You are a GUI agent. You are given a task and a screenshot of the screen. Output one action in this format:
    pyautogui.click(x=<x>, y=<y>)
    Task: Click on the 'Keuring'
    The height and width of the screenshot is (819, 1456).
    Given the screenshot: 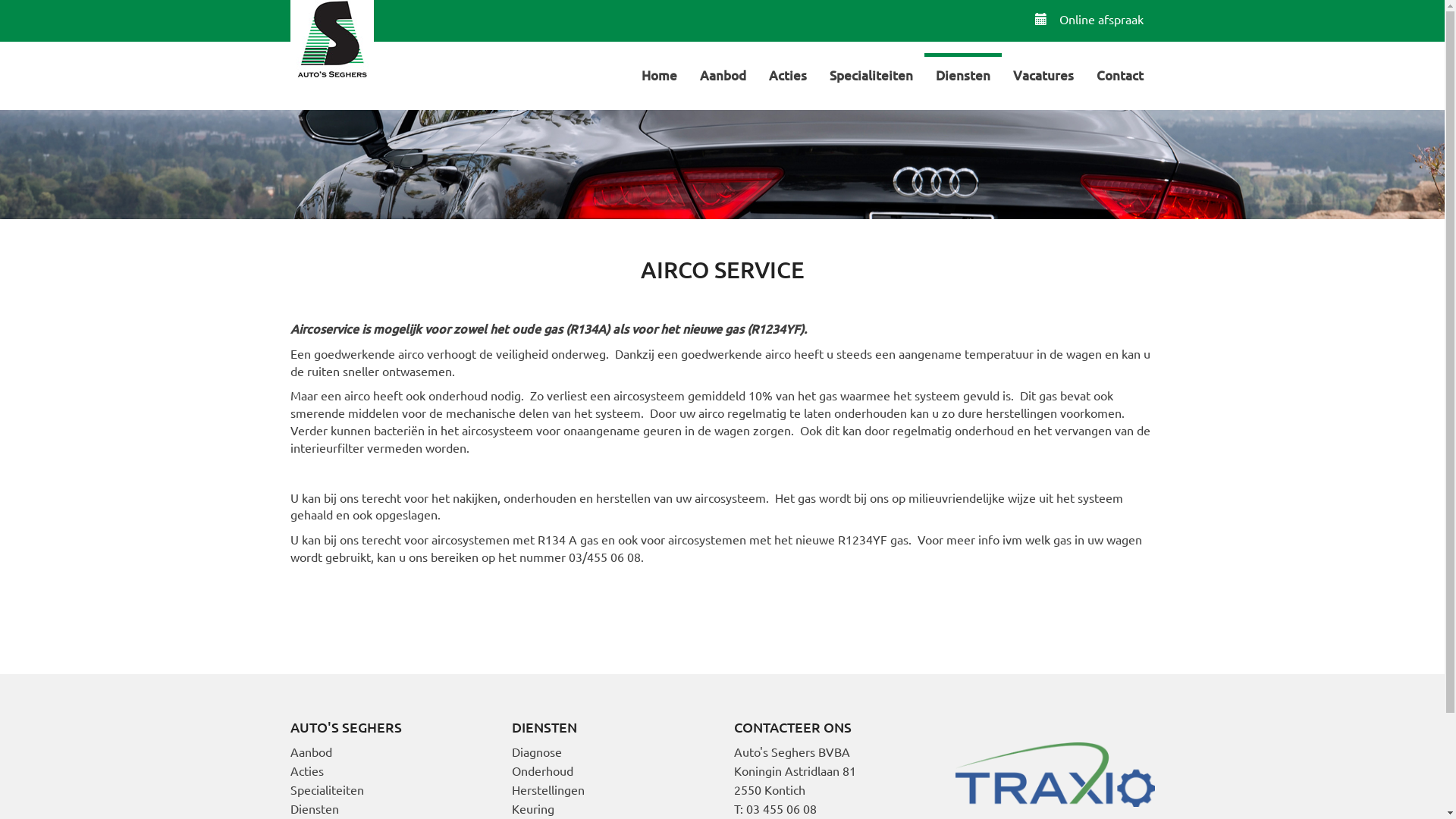 What is the action you would take?
    pyautogui.click(x=532, y=807)
    